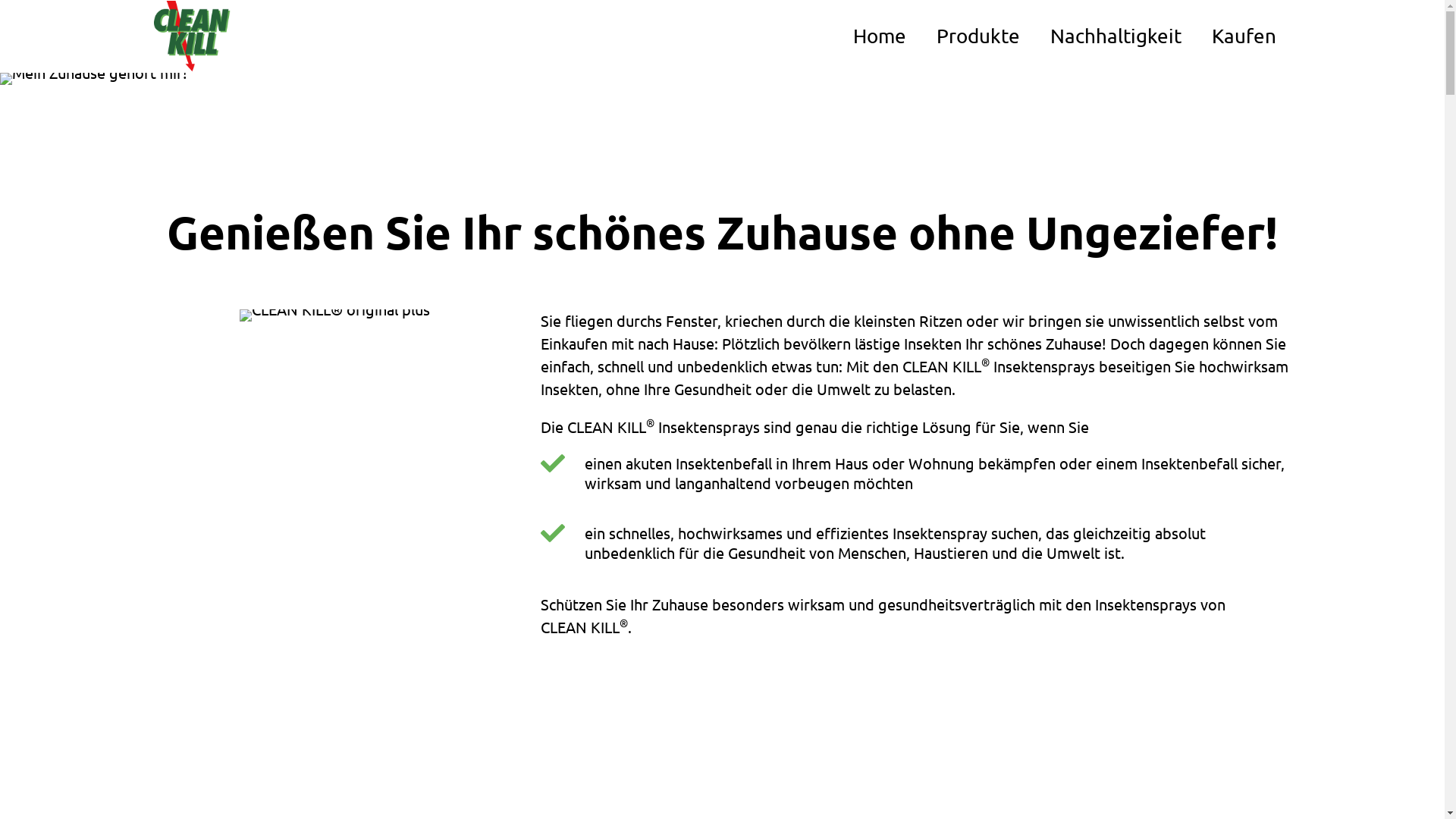 The height and width of the screenshot is (819, 1456). Describe the element at coordinates (152, 35) in the screenshot. I see `'Zur Startseite'` at that location.